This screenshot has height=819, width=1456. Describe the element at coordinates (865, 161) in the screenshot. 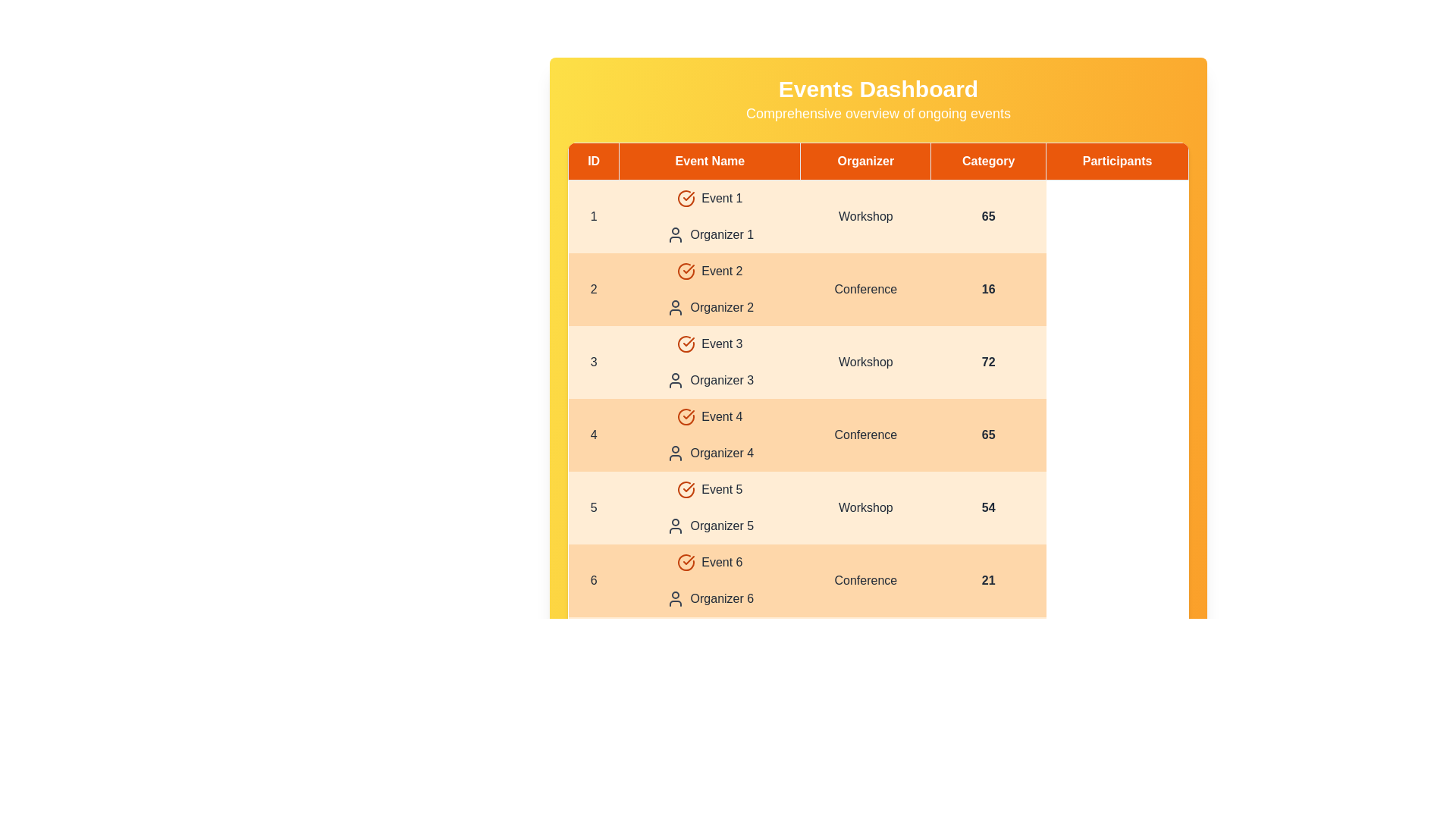

I see `the column header Organizer to sort the table by that column` at that location.